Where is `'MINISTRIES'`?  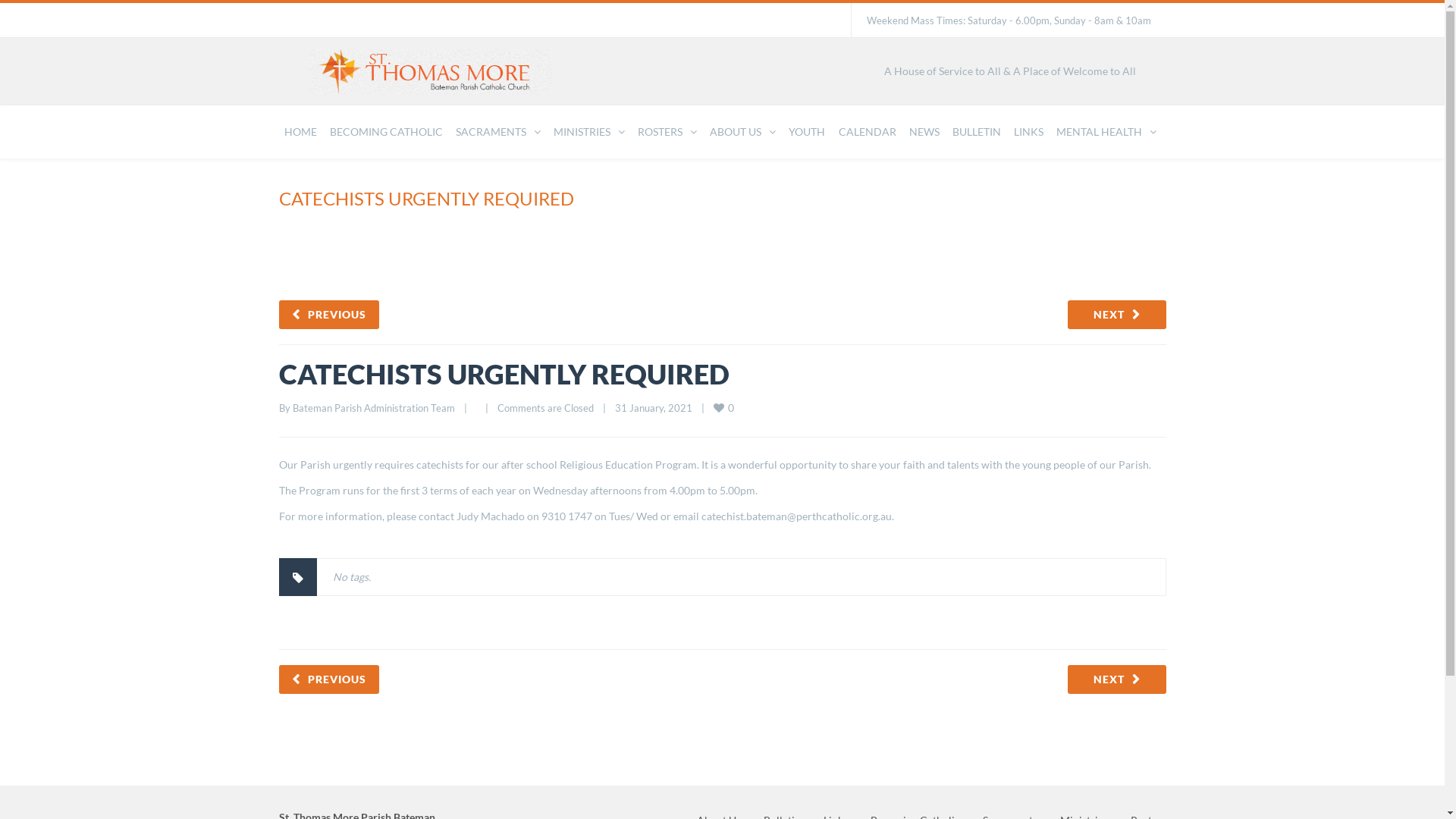
'MINISTRIES' is located at coordinates (588, 130).